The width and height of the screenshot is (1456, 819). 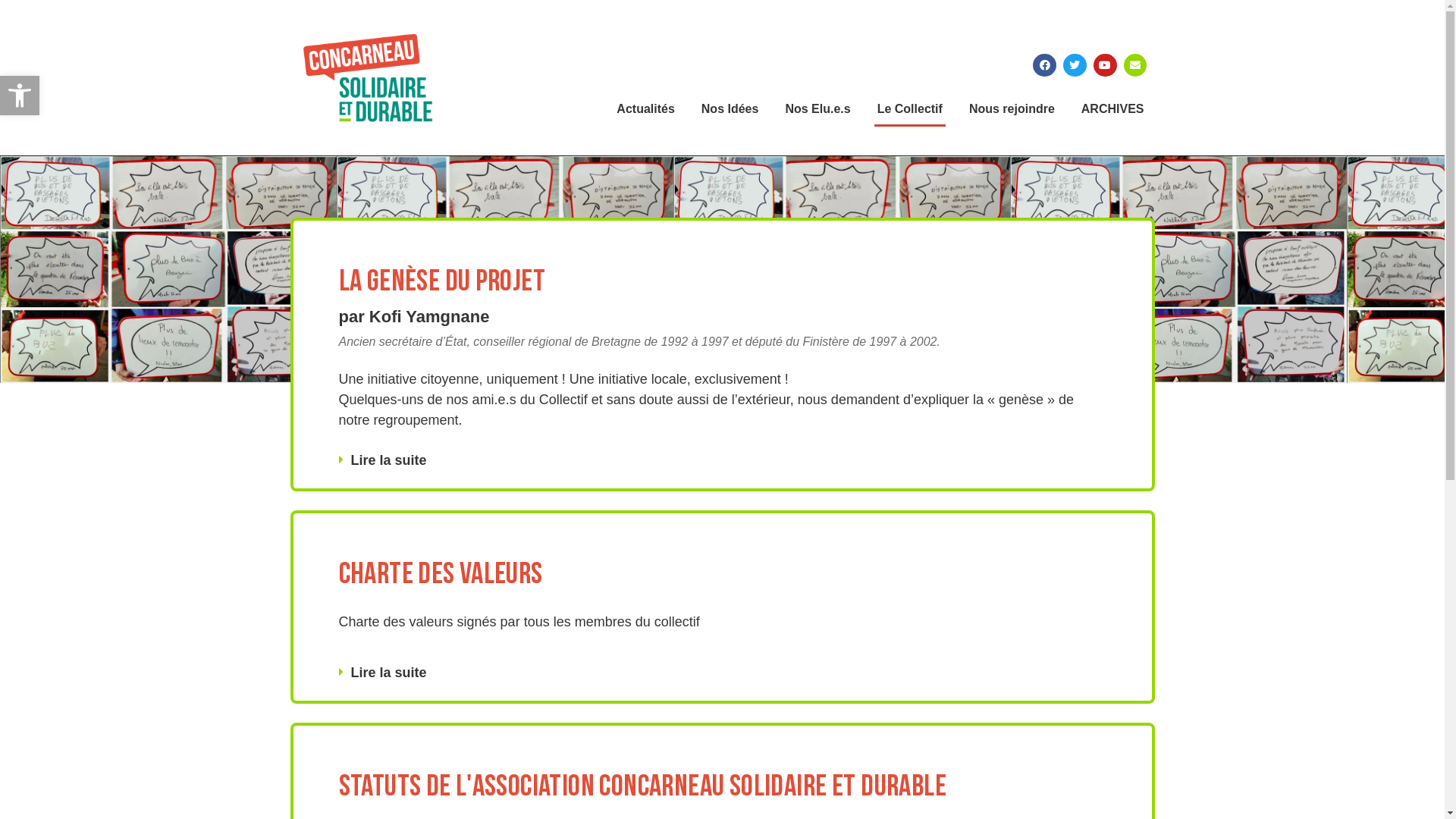 What do you see at coordinates (1012, 108) in the screenshot?
I see `'Nous rejoindre'` at bounding box center [1012, 108].